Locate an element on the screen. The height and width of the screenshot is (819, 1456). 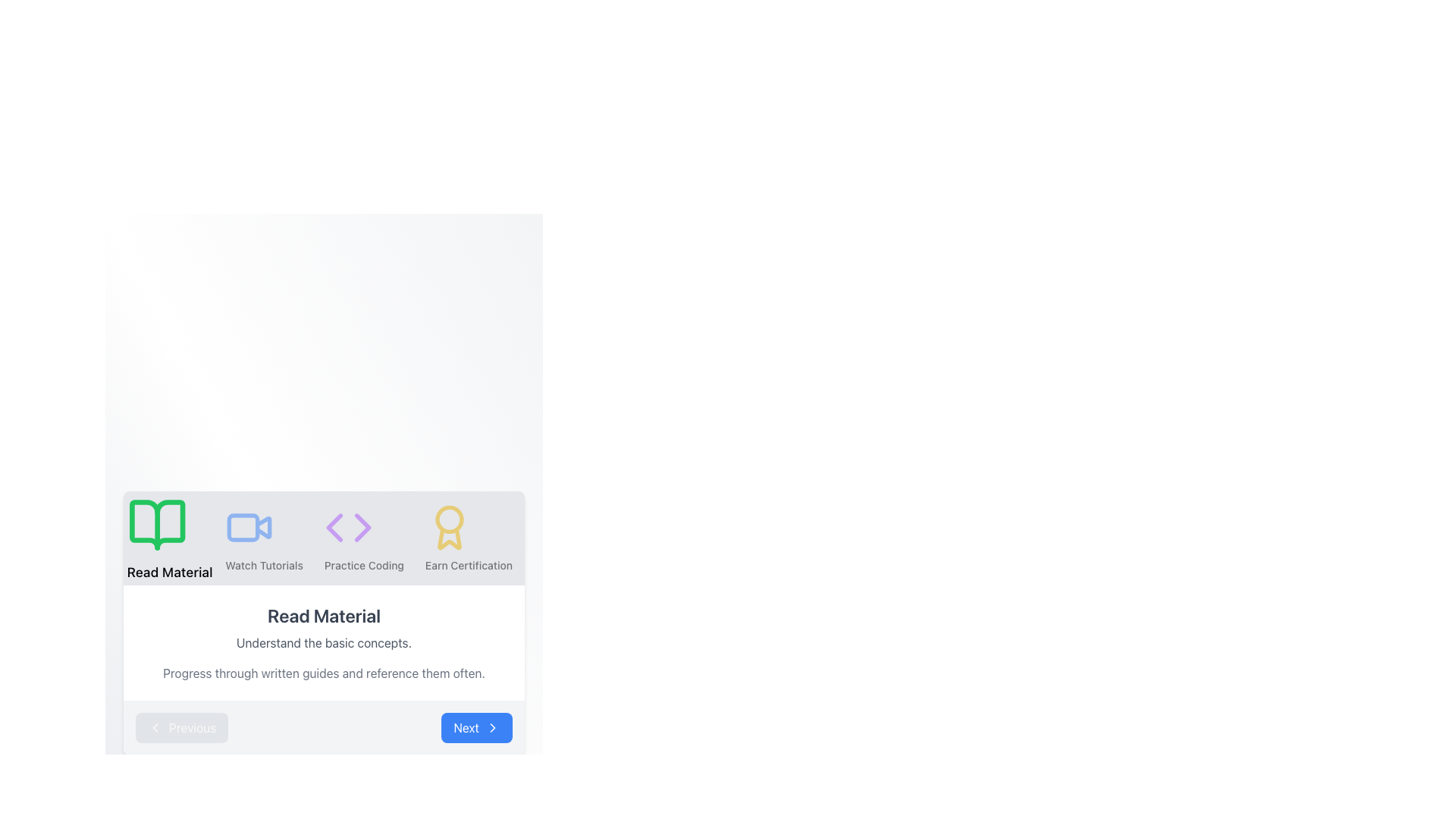
the Chevron Right icon, which is styled with a thin dark stroke and indicates progression, located adjacent to the 'Next' button is located at coordinates (492, 727).